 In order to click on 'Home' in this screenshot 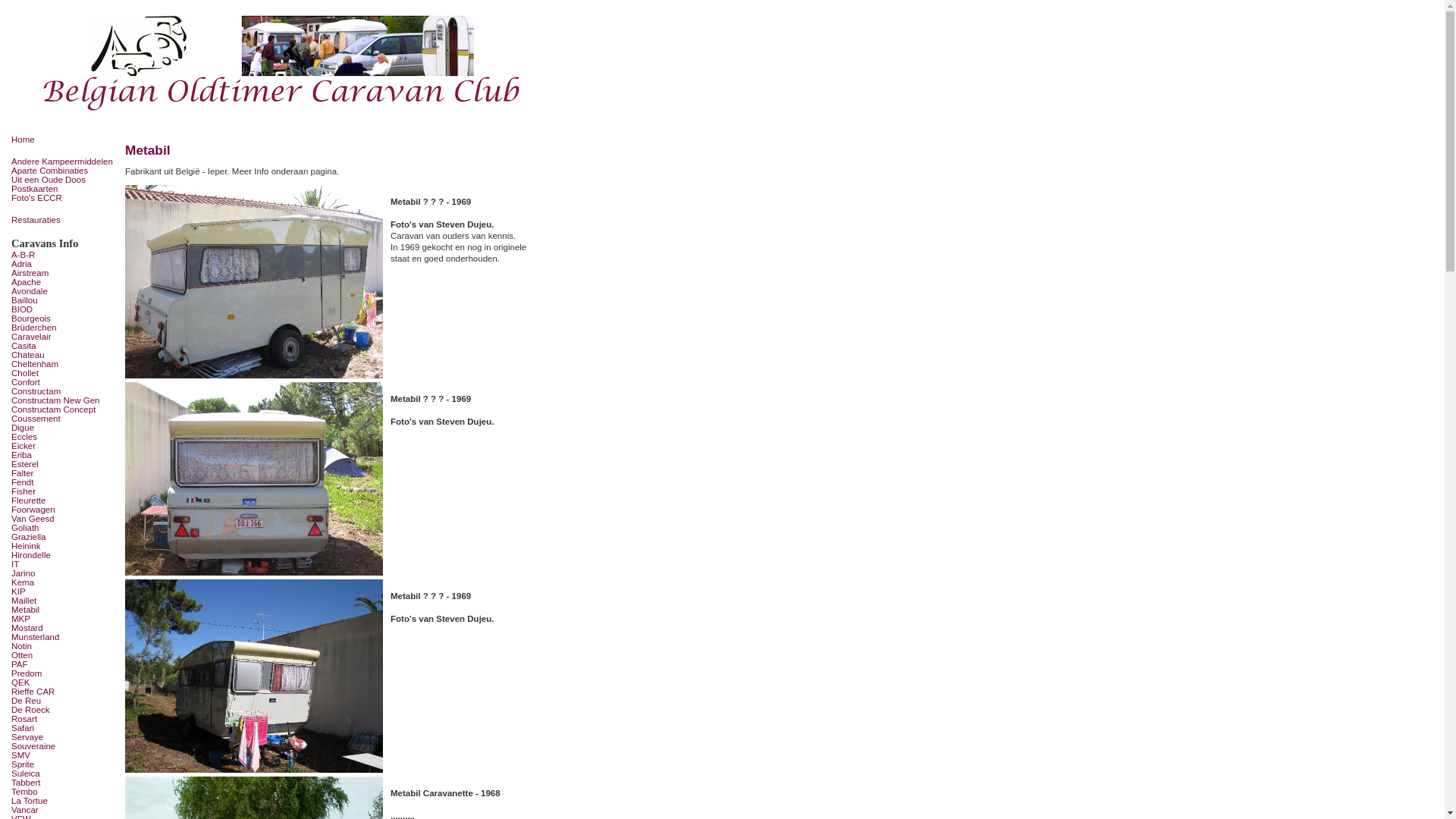, I will do `click(64, 140)`.